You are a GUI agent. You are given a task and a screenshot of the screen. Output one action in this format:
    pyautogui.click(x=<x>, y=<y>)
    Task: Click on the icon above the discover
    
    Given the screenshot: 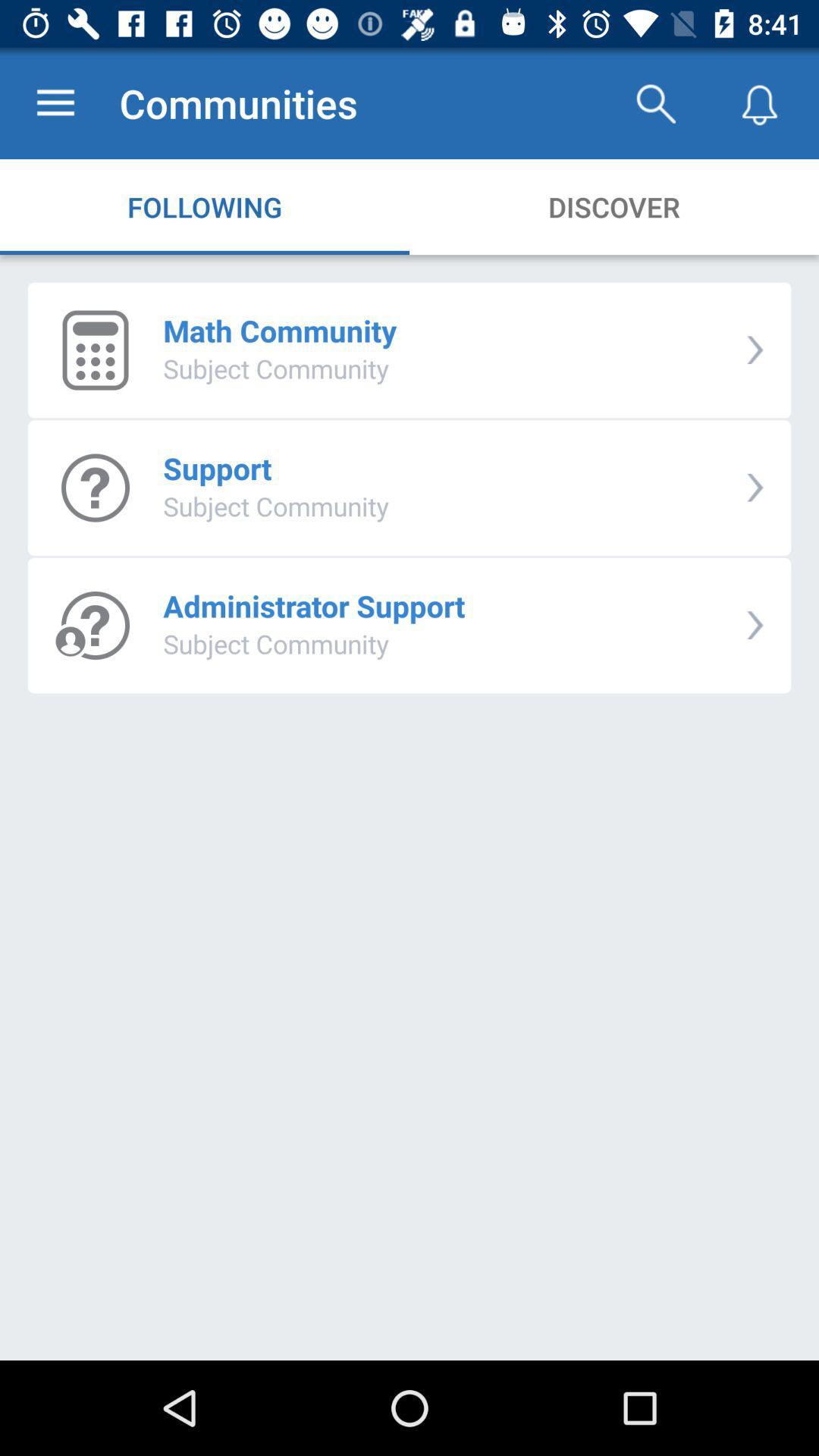 What is the action you would take?
    pyautogui.click(x=654, y=102)
    